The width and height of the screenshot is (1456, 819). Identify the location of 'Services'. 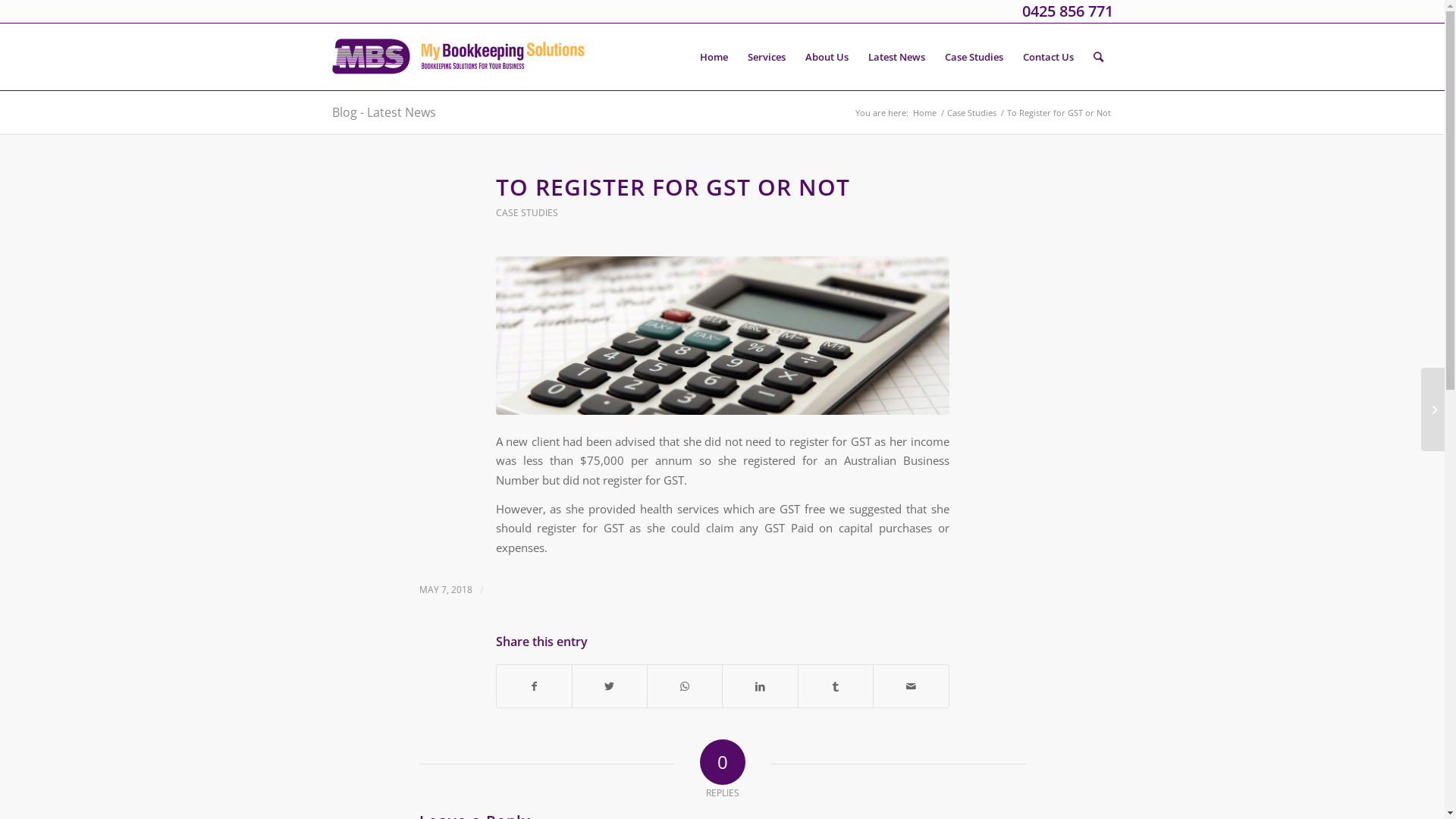
(765, 55).